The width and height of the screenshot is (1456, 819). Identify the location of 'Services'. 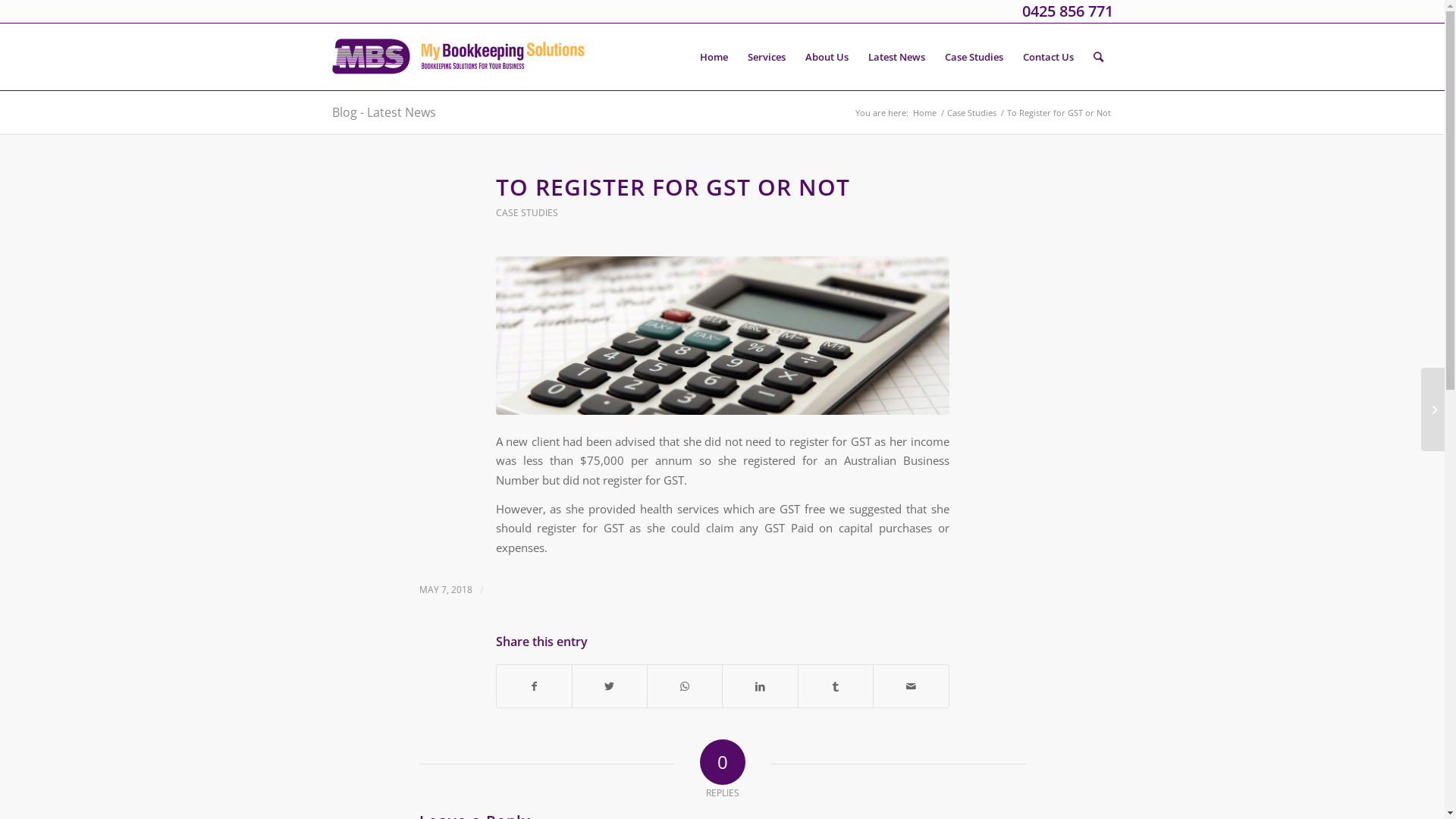
(765, 55).